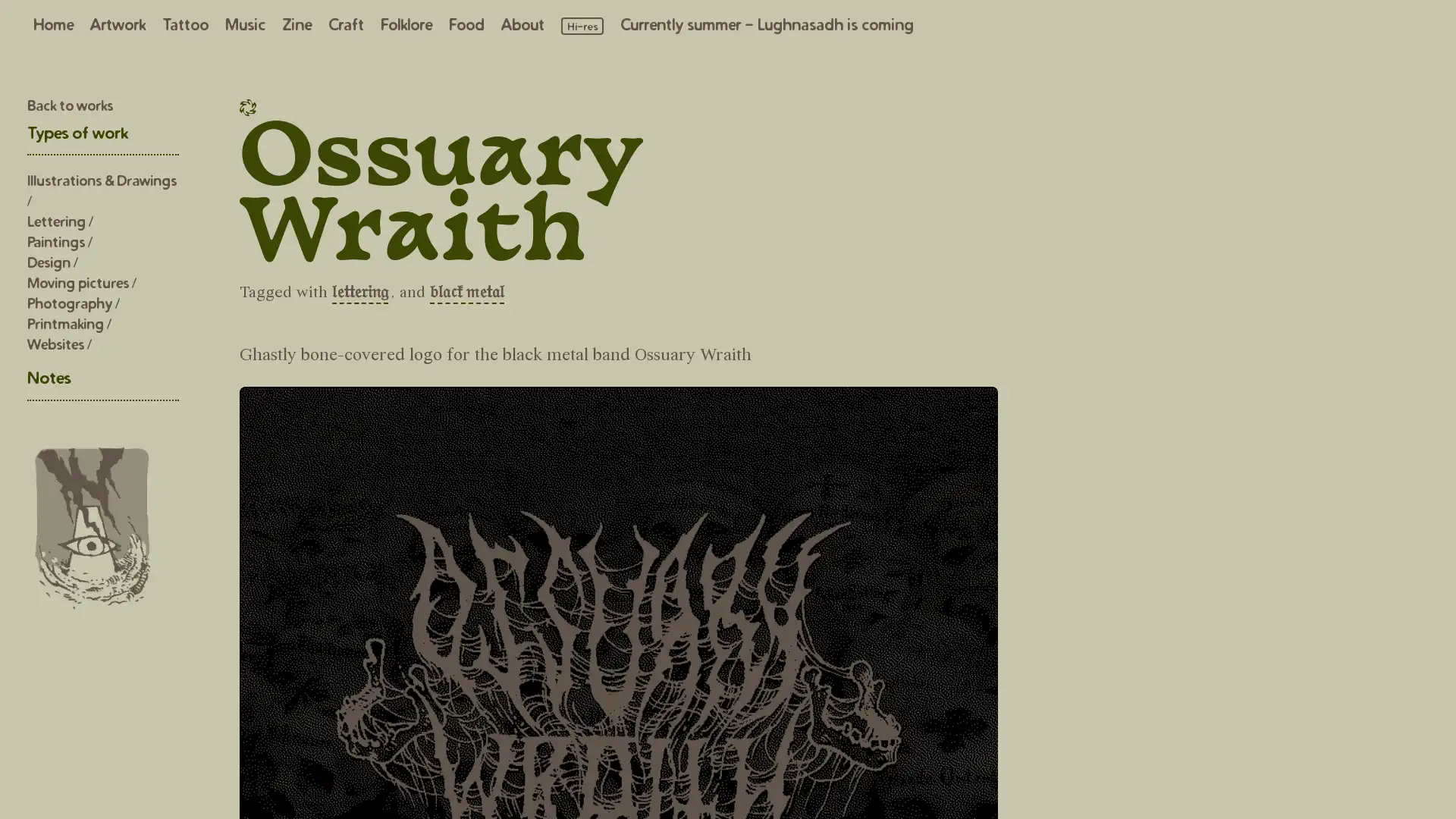 Image resolution: width=1456 pixels, height=819 pixels. Describe the element at coordinates (582, 26) in the screenshot. I see `Load high resolution images` at that location.